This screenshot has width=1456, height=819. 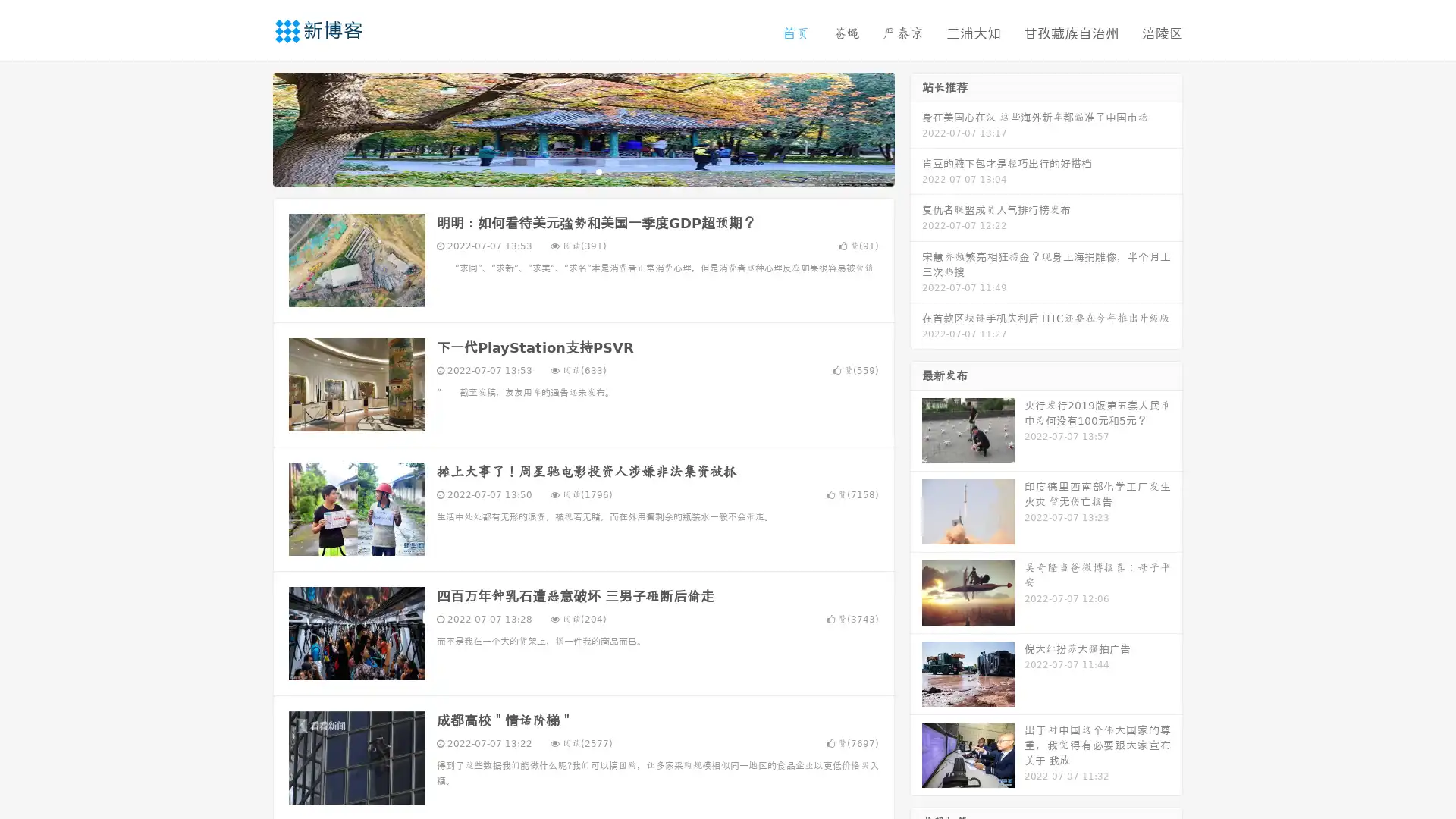 I want to click on Go to slide 3, so click(x=598, y=171).